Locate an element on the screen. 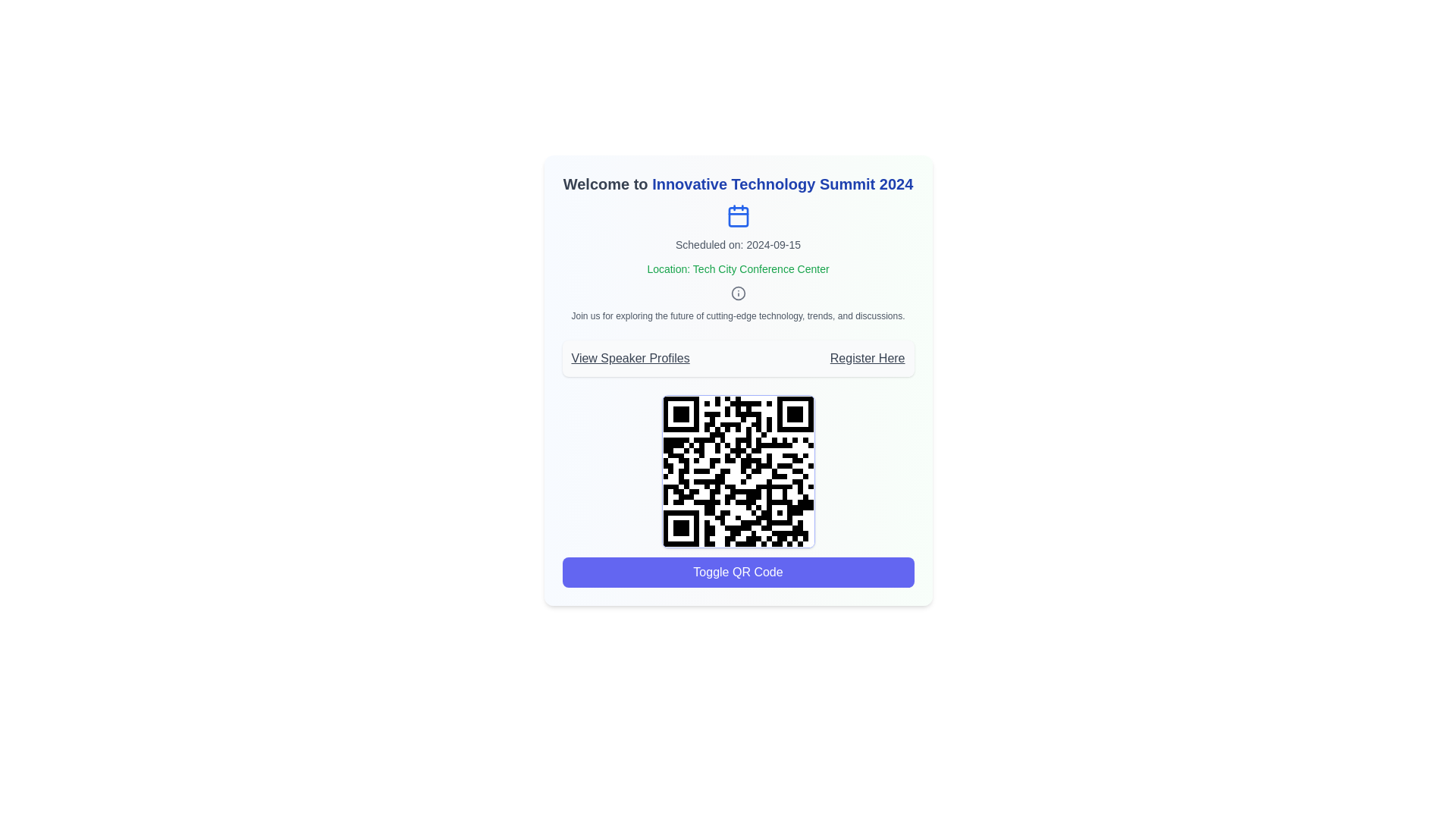 The width and height of the screenshot is (1456, 819). the decorative SVG circle element that is part of an icon, located near the header text and below a colored location text is located at coordinates (738, 293).